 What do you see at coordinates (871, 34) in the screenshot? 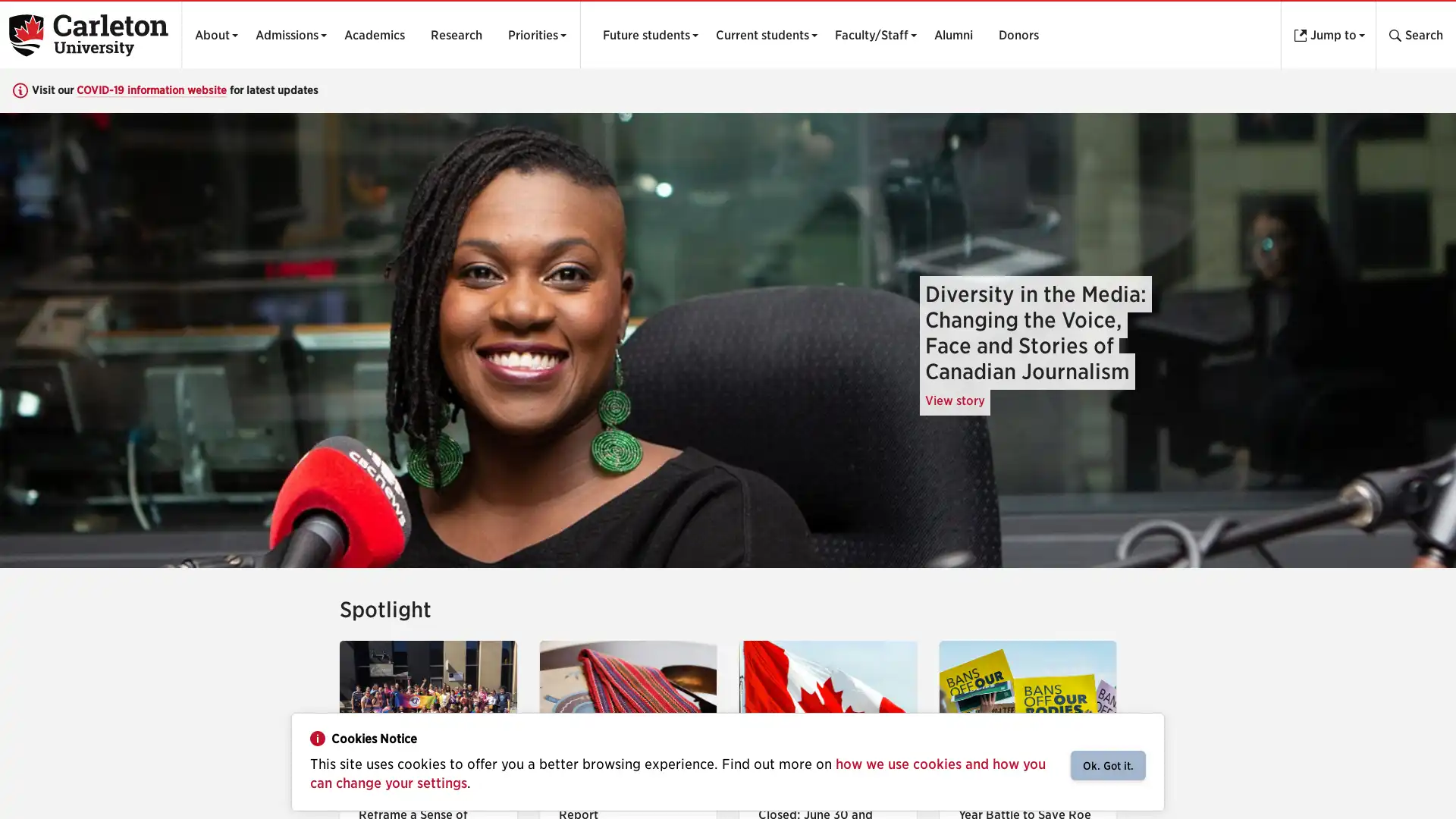
I see `Open Menu` at bounding box center [871, 34].